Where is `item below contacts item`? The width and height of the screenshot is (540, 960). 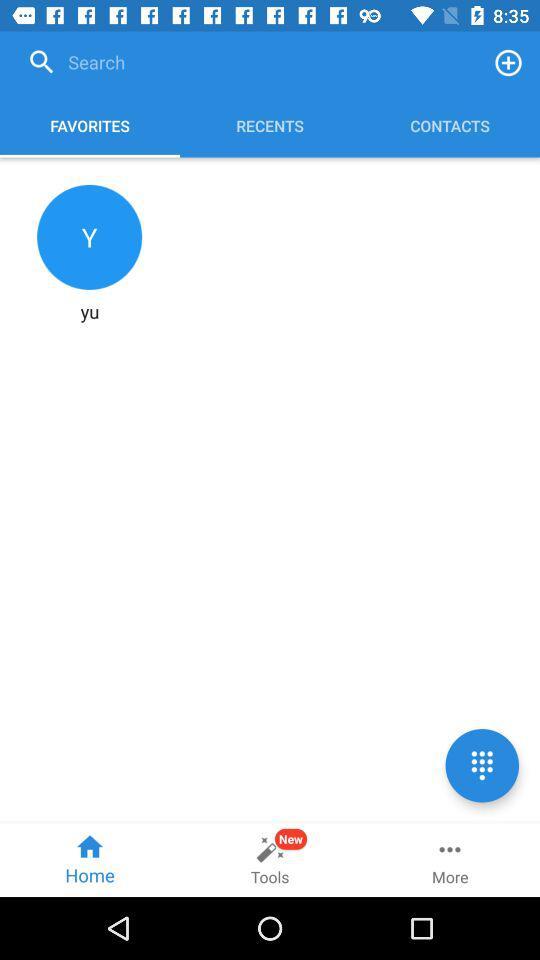
item below contacts item is located at coordinates (481, 764).